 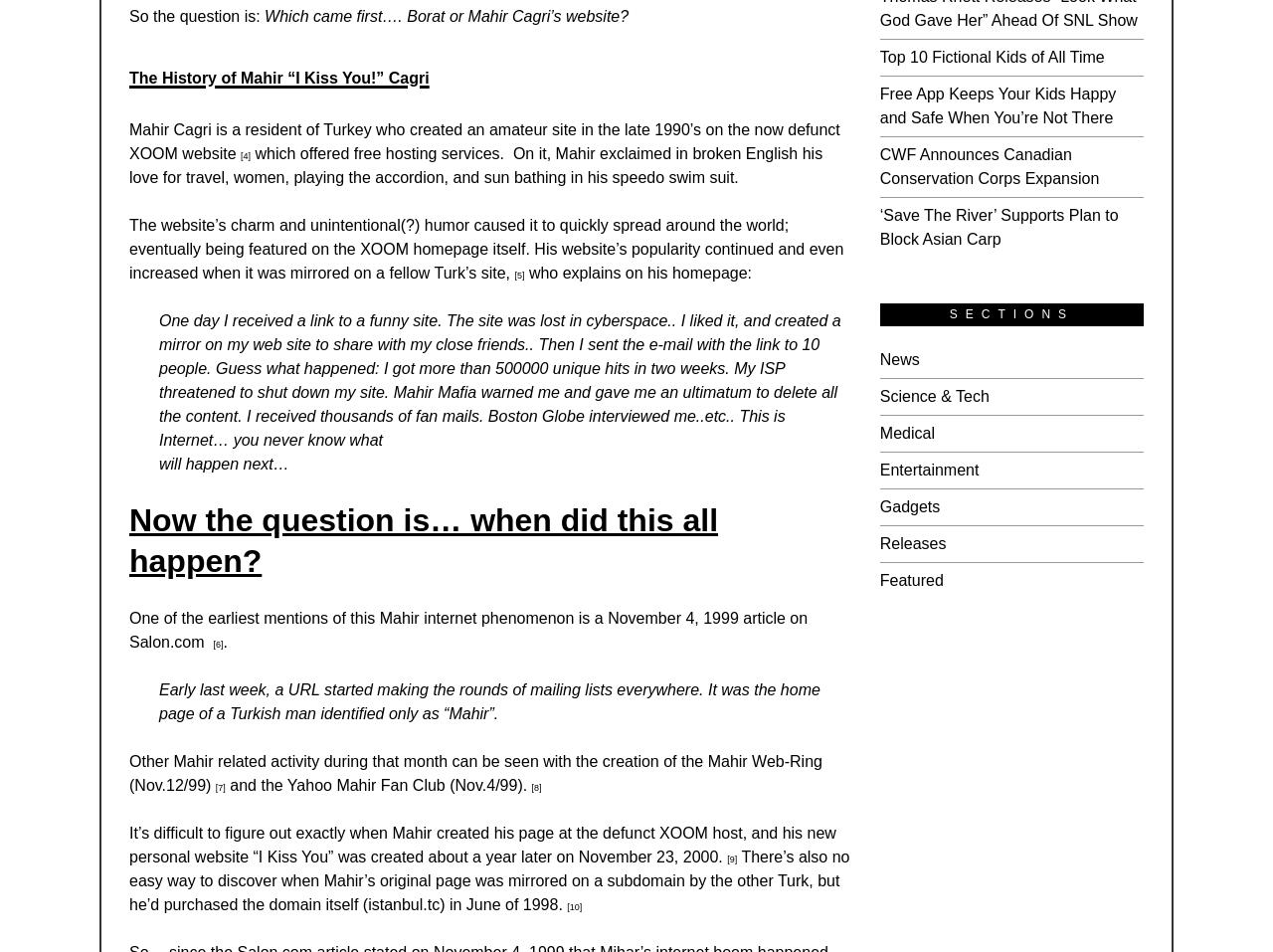 I want to click on '[6]', so click(x=213, y=643).